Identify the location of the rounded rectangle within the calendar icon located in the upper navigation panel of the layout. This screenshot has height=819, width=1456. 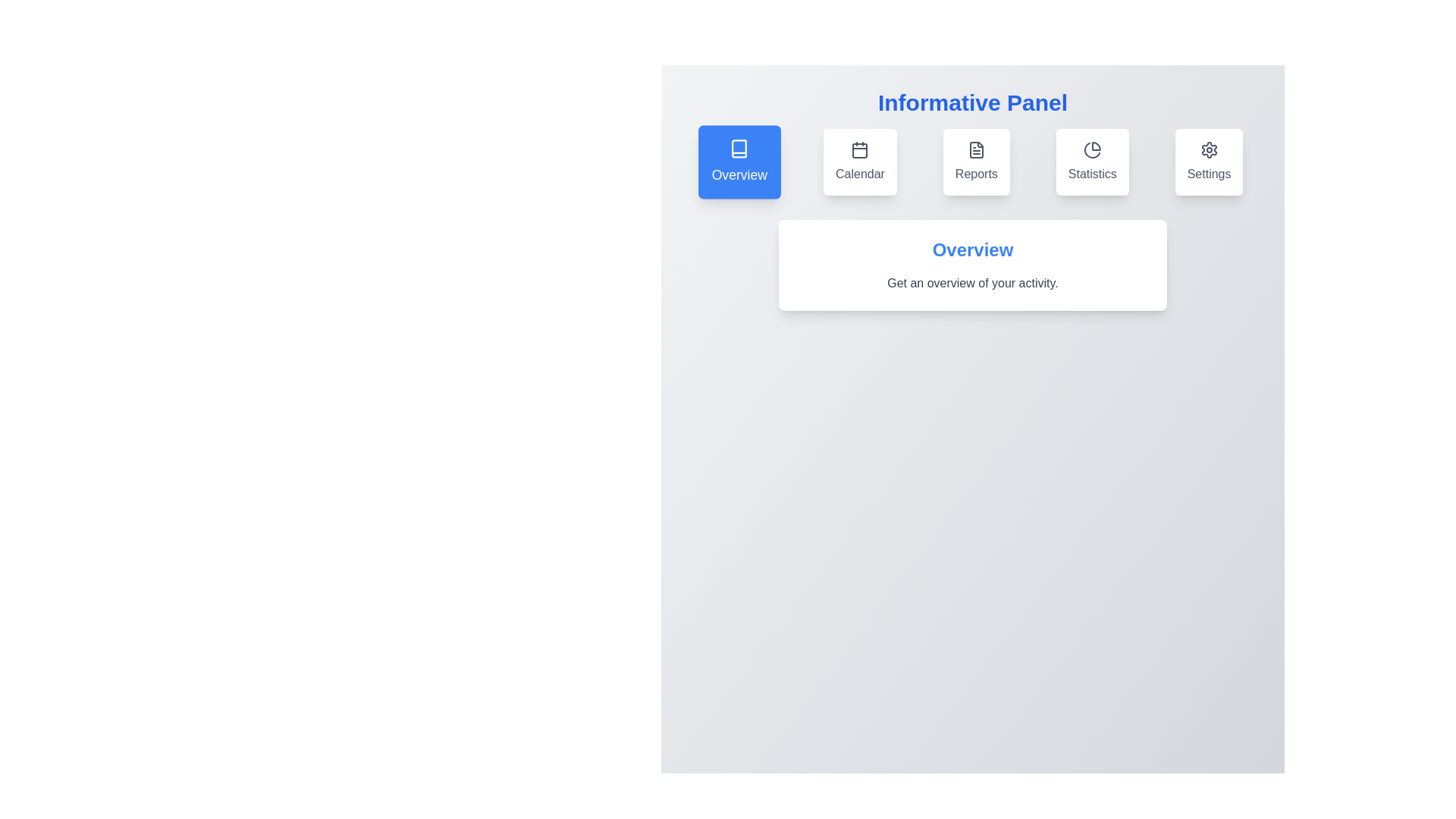
(860, 151).